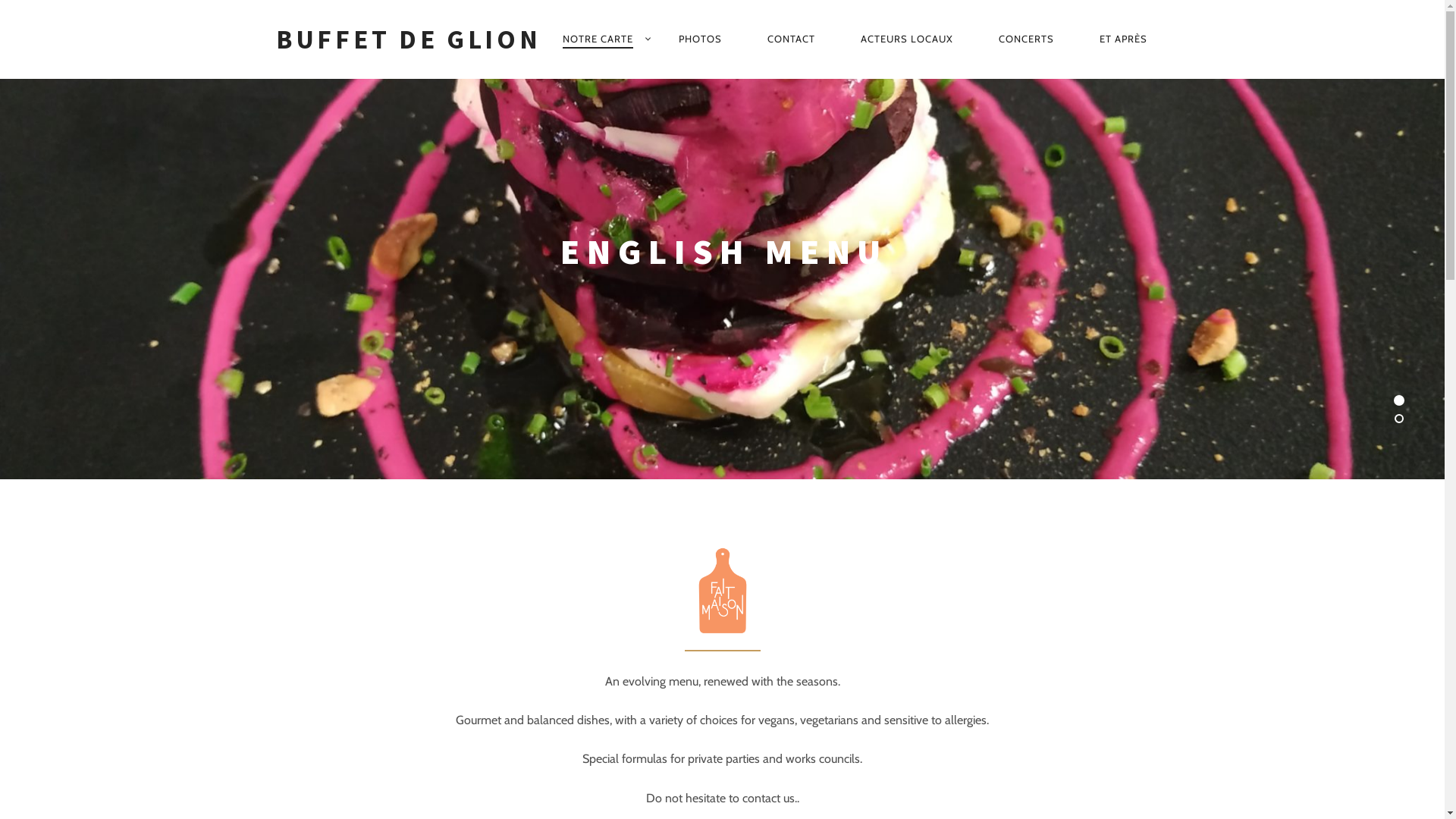  I want to click on 'CONCERTS', so click(1026, 37).